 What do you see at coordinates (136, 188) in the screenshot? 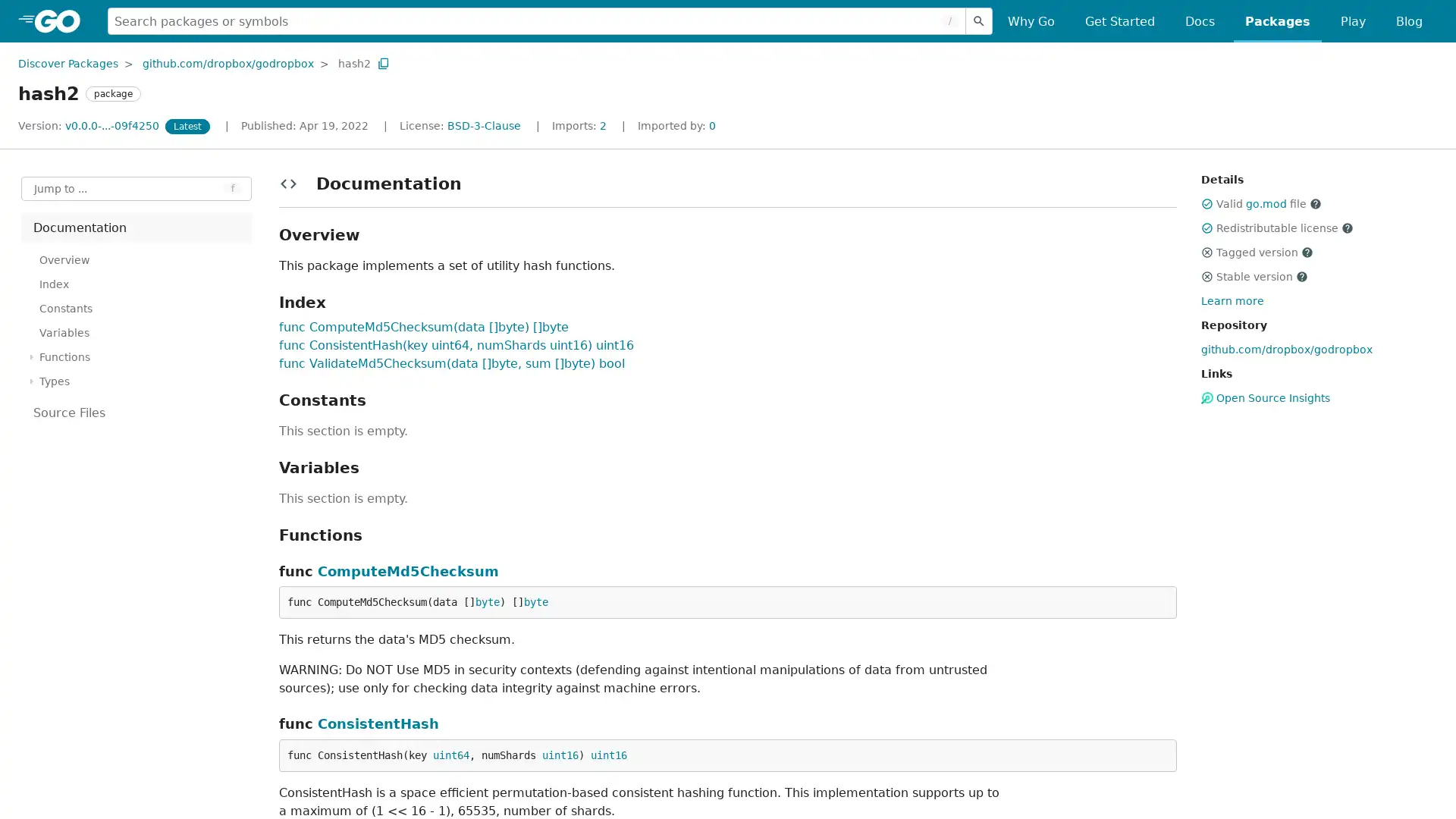
I see `Open Jump to Identifier` at bounding box center [136, 188].